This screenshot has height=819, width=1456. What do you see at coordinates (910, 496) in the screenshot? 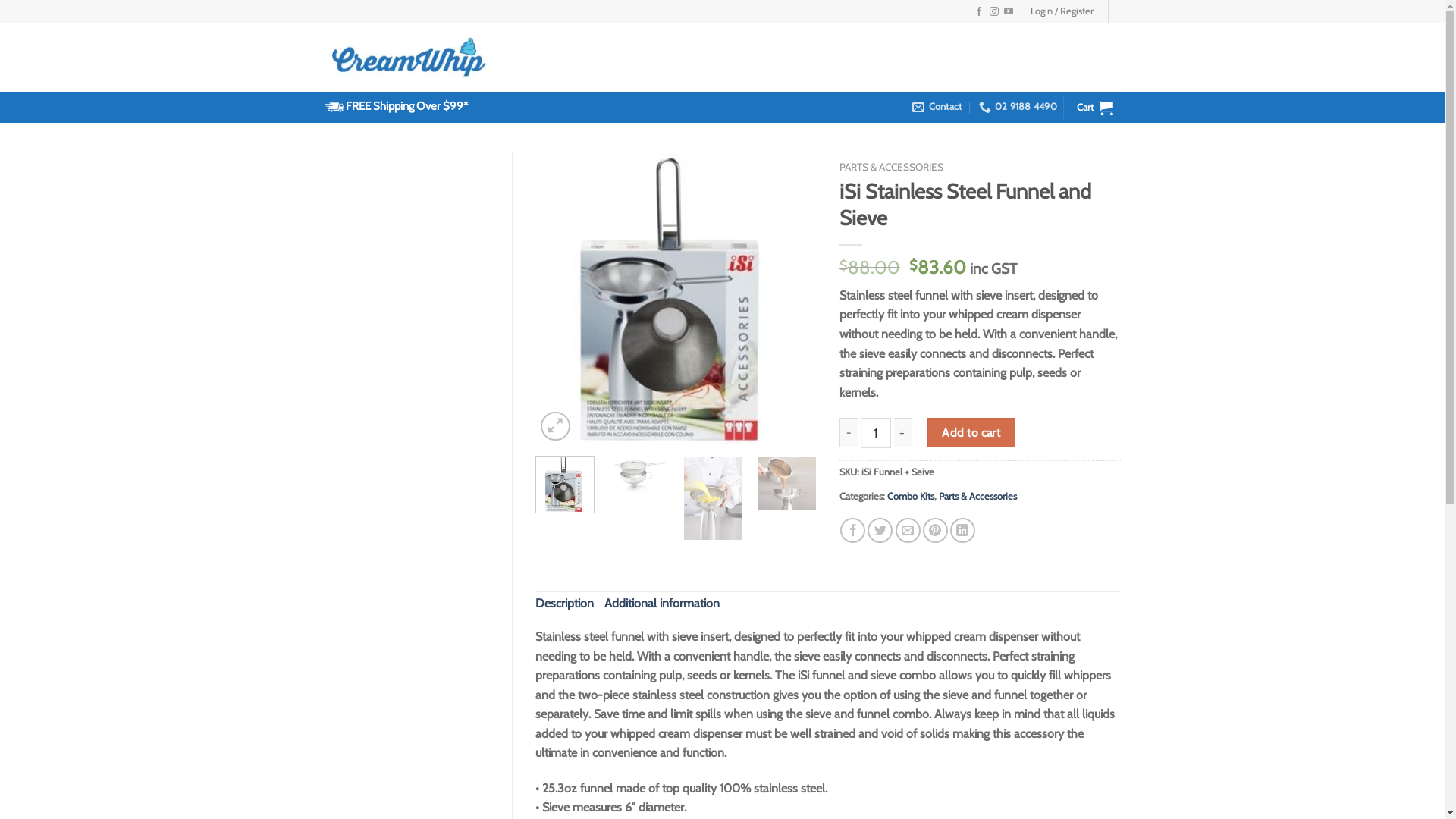
I see `'Combo Kits'` at bounding box center [910, 496].